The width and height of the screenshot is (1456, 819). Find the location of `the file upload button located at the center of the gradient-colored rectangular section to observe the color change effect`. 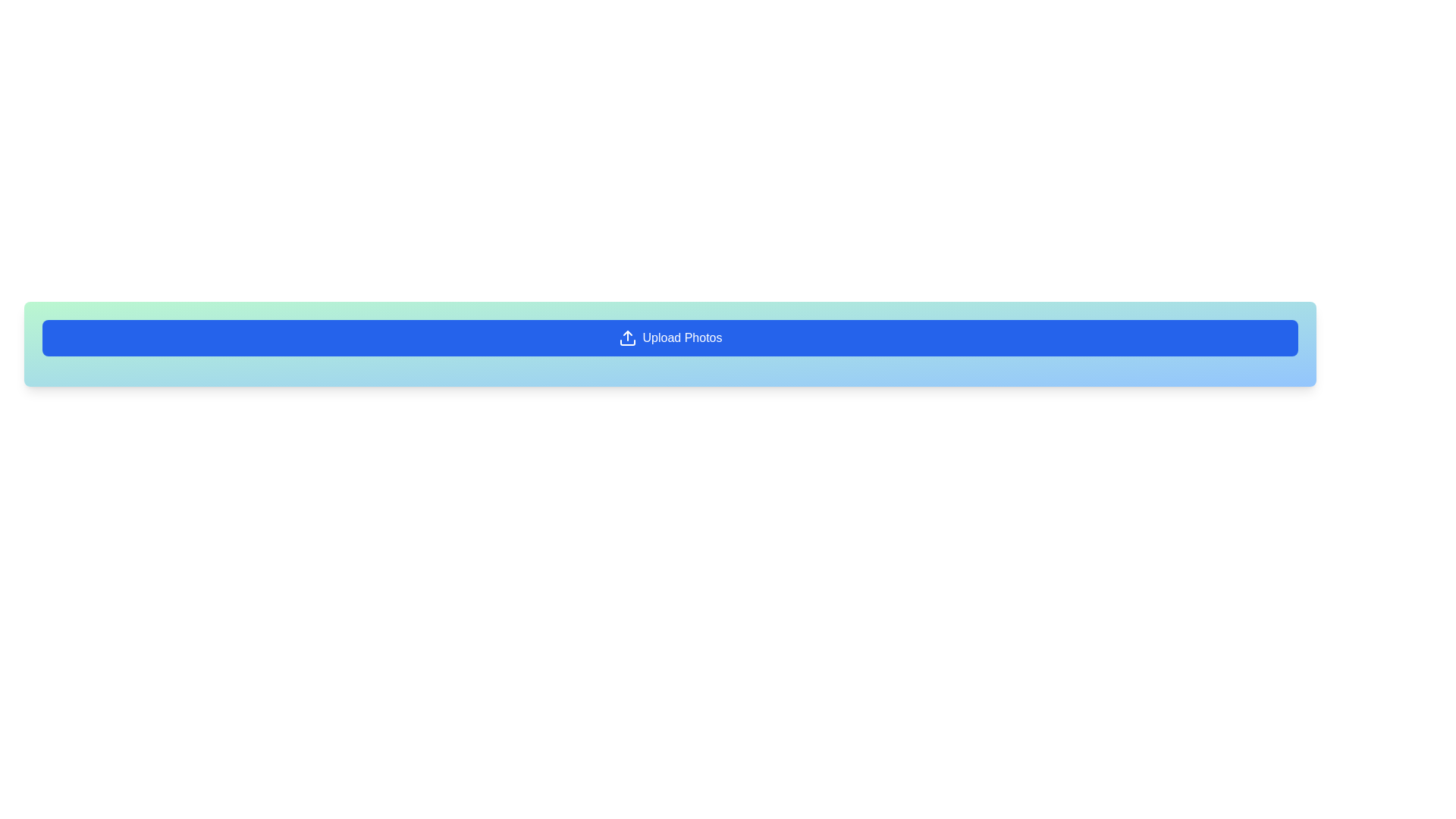

the file upload button located at the center of the gradient-colored rectangular section to observe the color change effect is located at coordinates (669, 337).